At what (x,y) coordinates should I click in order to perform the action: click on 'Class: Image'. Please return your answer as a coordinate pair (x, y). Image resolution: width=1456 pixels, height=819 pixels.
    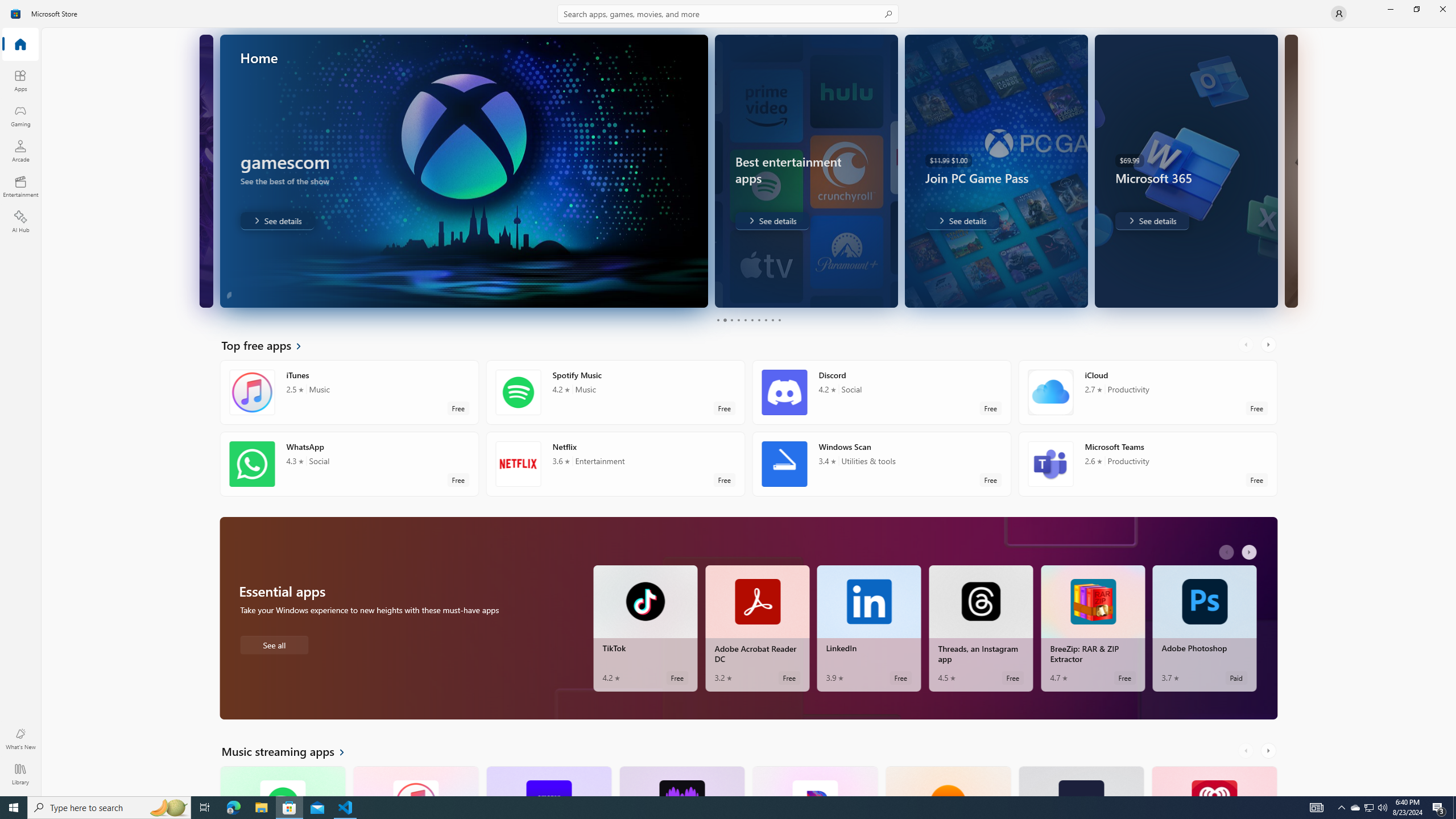
    Looking at the image, I should click on (16, 13).